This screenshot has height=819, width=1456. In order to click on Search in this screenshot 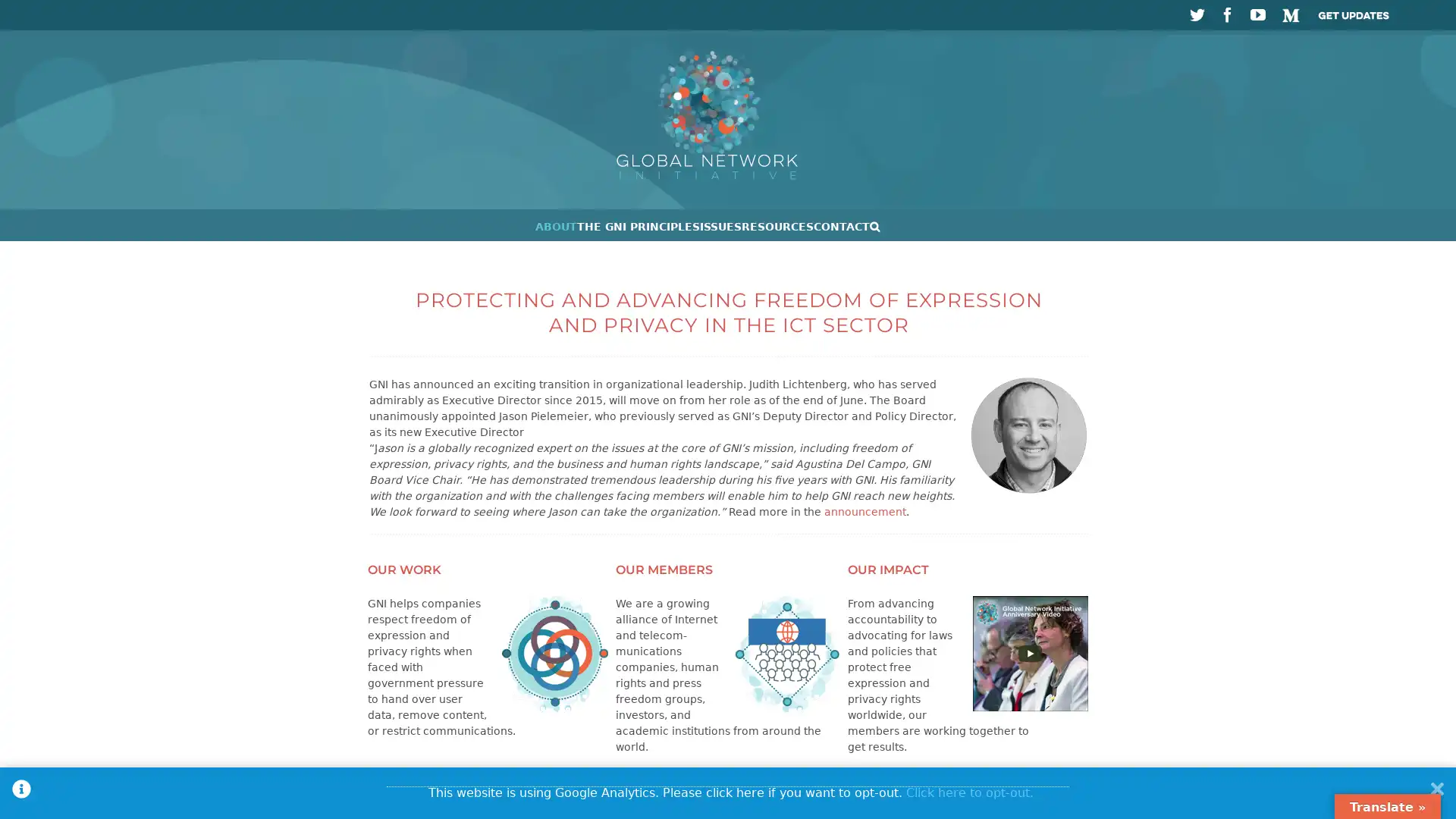, I will do `click(874, 227)`.